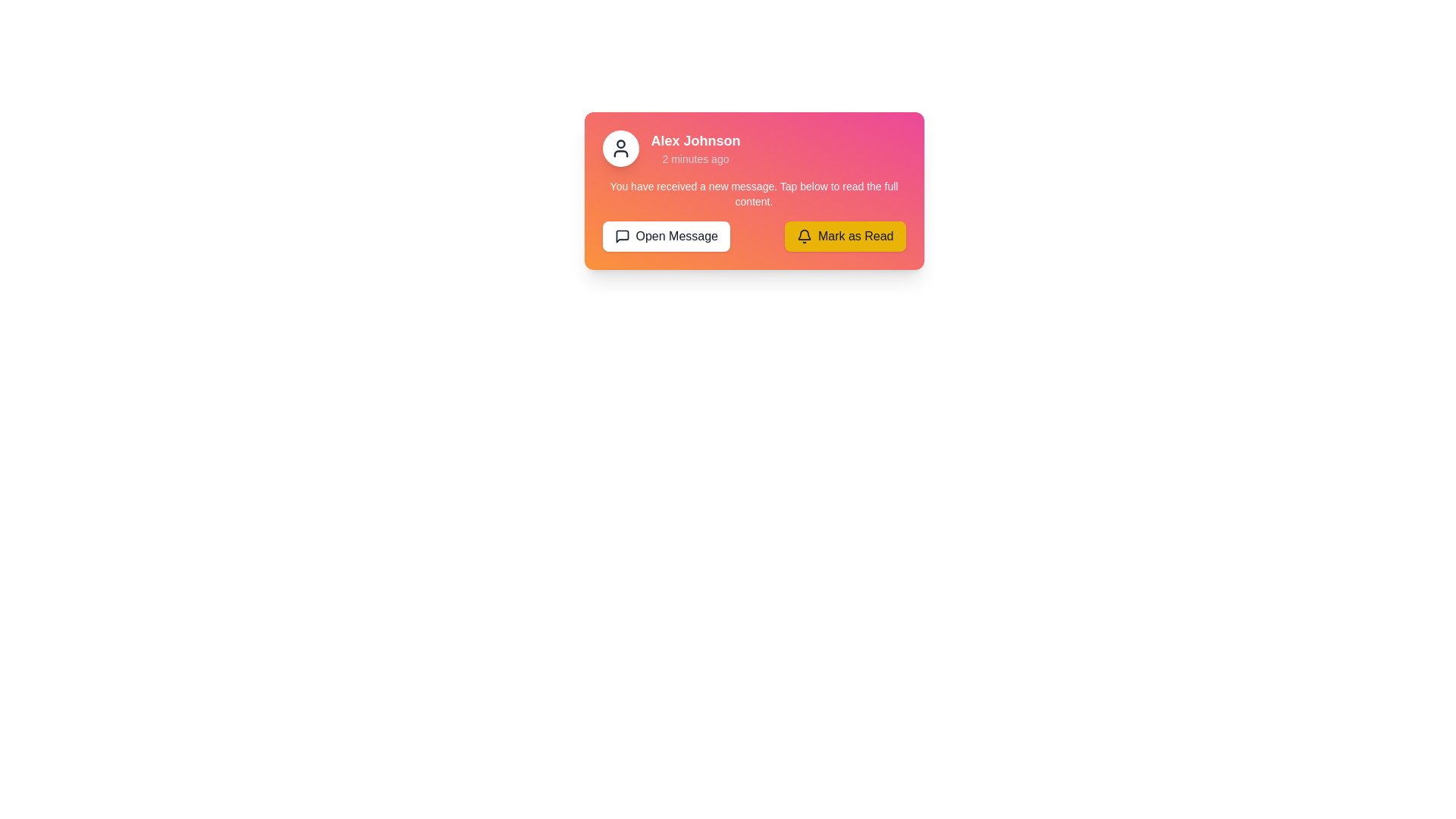  What do you see at coordinates (695, 140) in the screenshot?
I see `the sender's name displayed in the notification box, which is located near the top-left corner of the box, above the line '2 minutes ago'` at bounding box center [695, 140].